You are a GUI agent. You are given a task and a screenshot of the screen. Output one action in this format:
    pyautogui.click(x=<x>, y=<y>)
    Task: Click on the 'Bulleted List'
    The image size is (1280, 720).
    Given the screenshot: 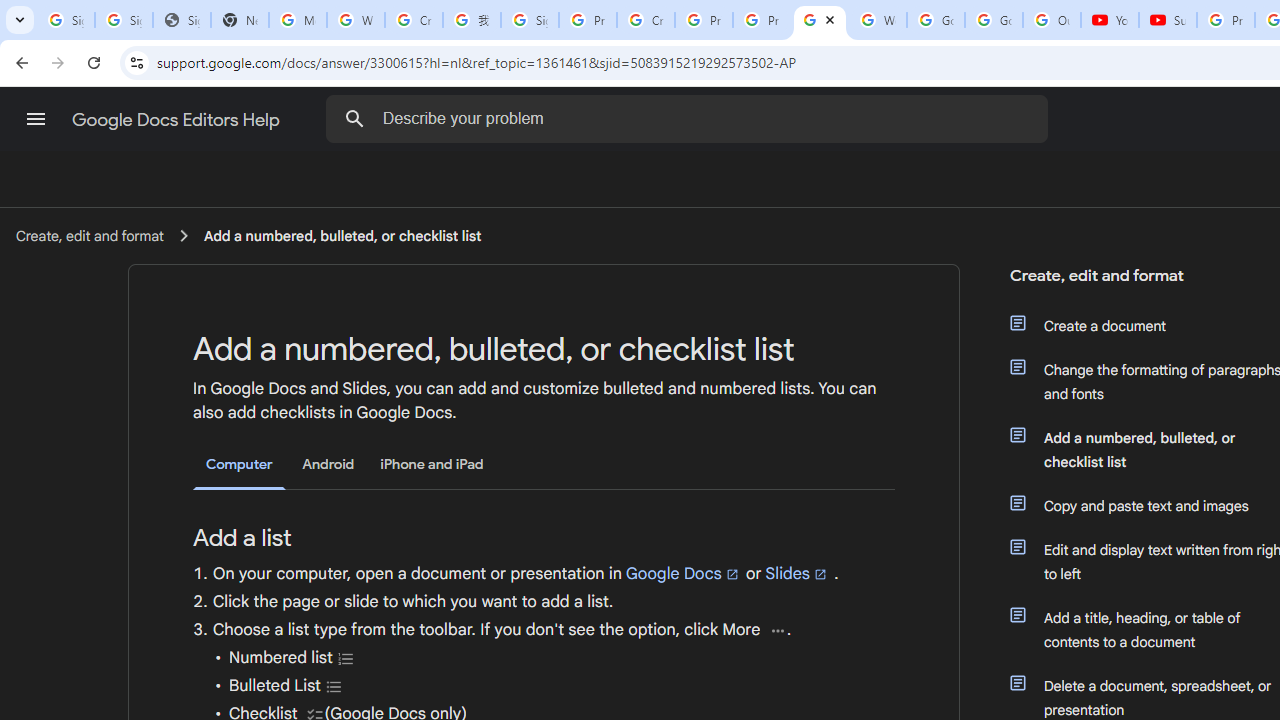 What is the action you would take?
    pyautogui.click(x=334, y=685)
    